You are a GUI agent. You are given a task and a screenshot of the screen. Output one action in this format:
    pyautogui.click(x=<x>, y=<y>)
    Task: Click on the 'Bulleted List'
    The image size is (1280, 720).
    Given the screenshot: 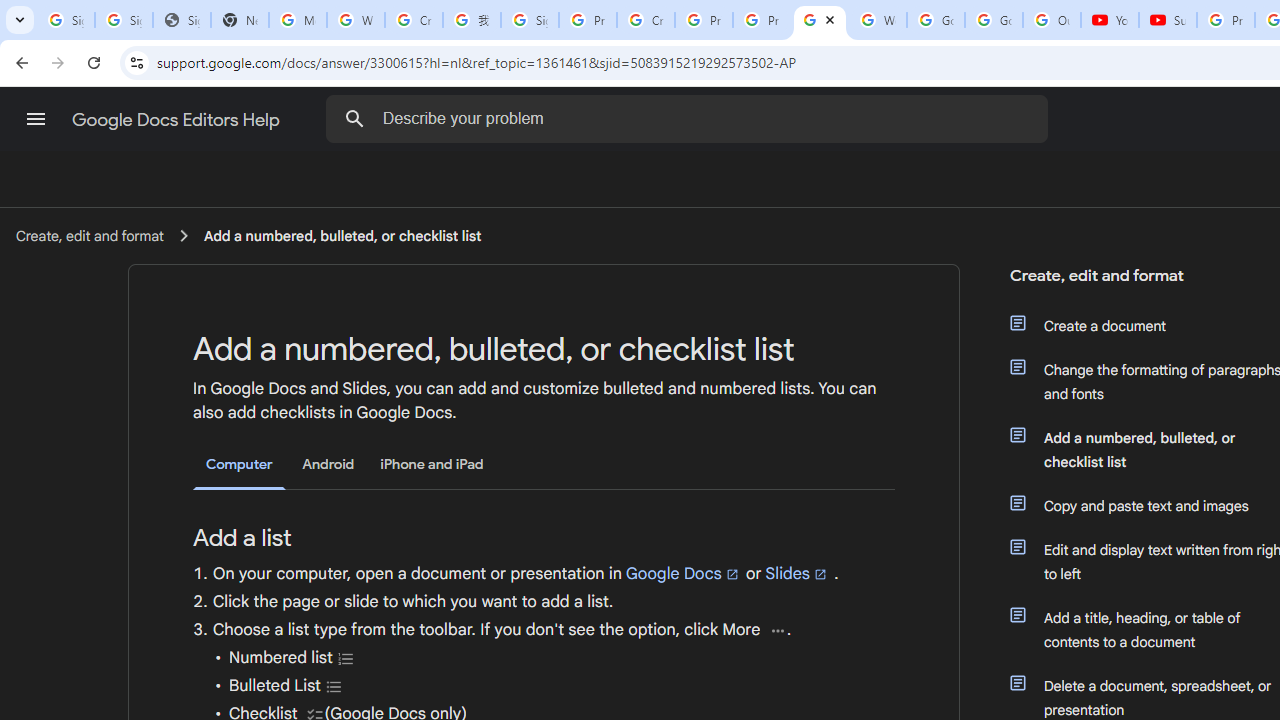 What is the action you would take?
    pyautogui.click(x=334, y=685)
    